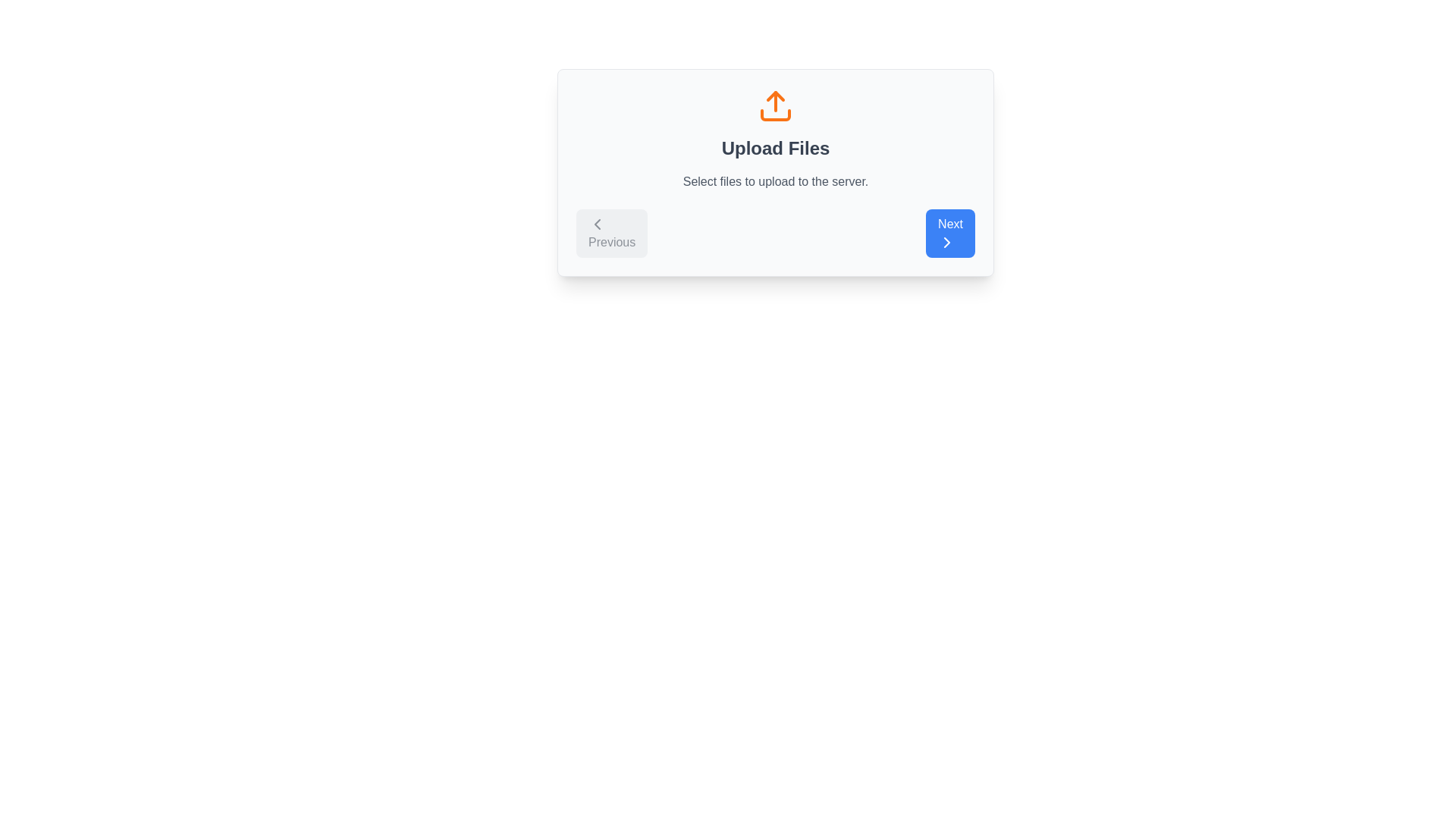 The height and width of the screenshot is (819, 1456). Describe the element at coordinates (596, 224) in the screenshot. I see `the SVG icon representing the 'go to the previous step' action located within the 'Previous' button by` at that location.